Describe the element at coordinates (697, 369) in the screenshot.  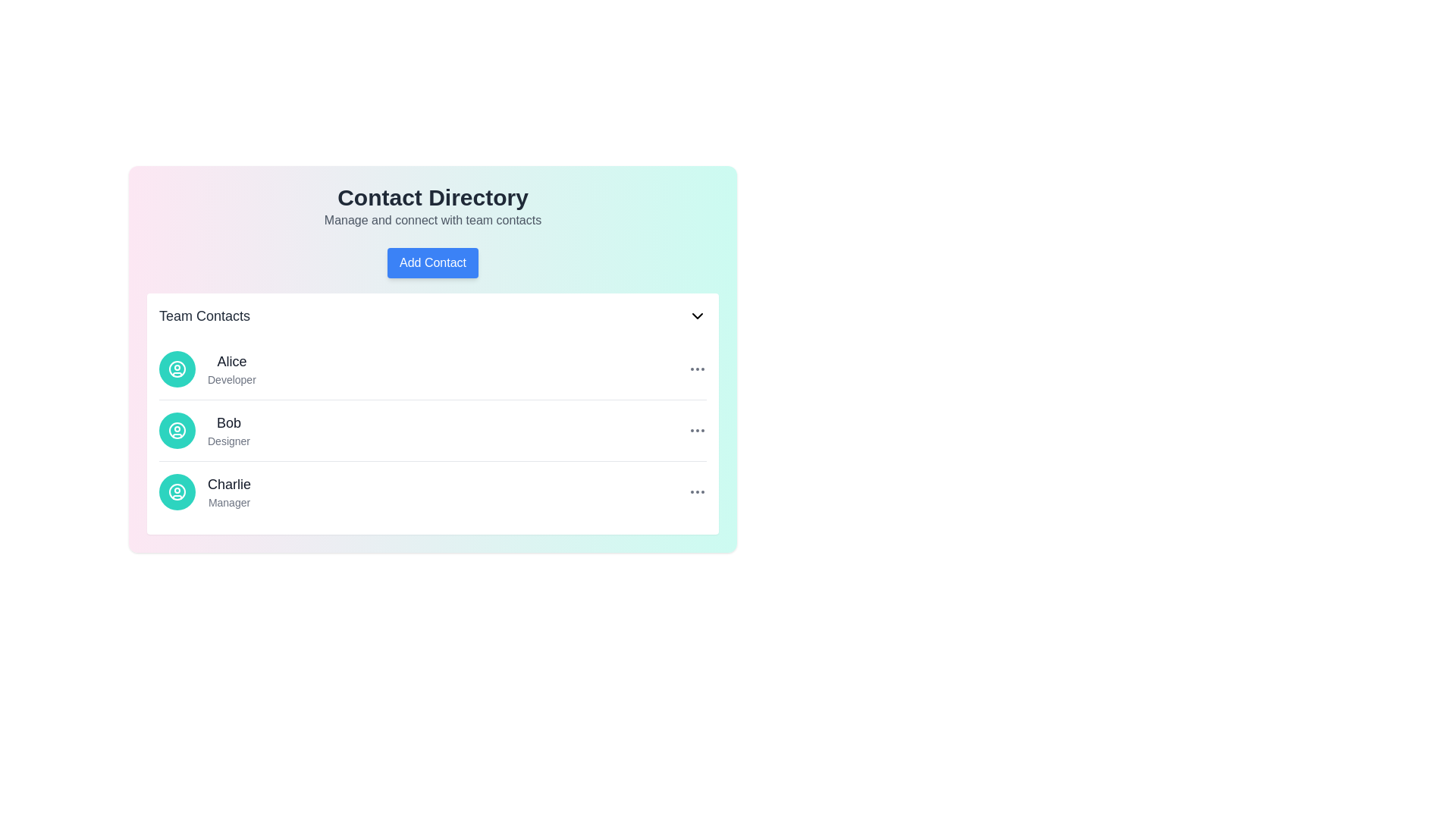
I see `the three-dot icon located at the far right of the horizontal group containing 'Alice Developer'` at that location.